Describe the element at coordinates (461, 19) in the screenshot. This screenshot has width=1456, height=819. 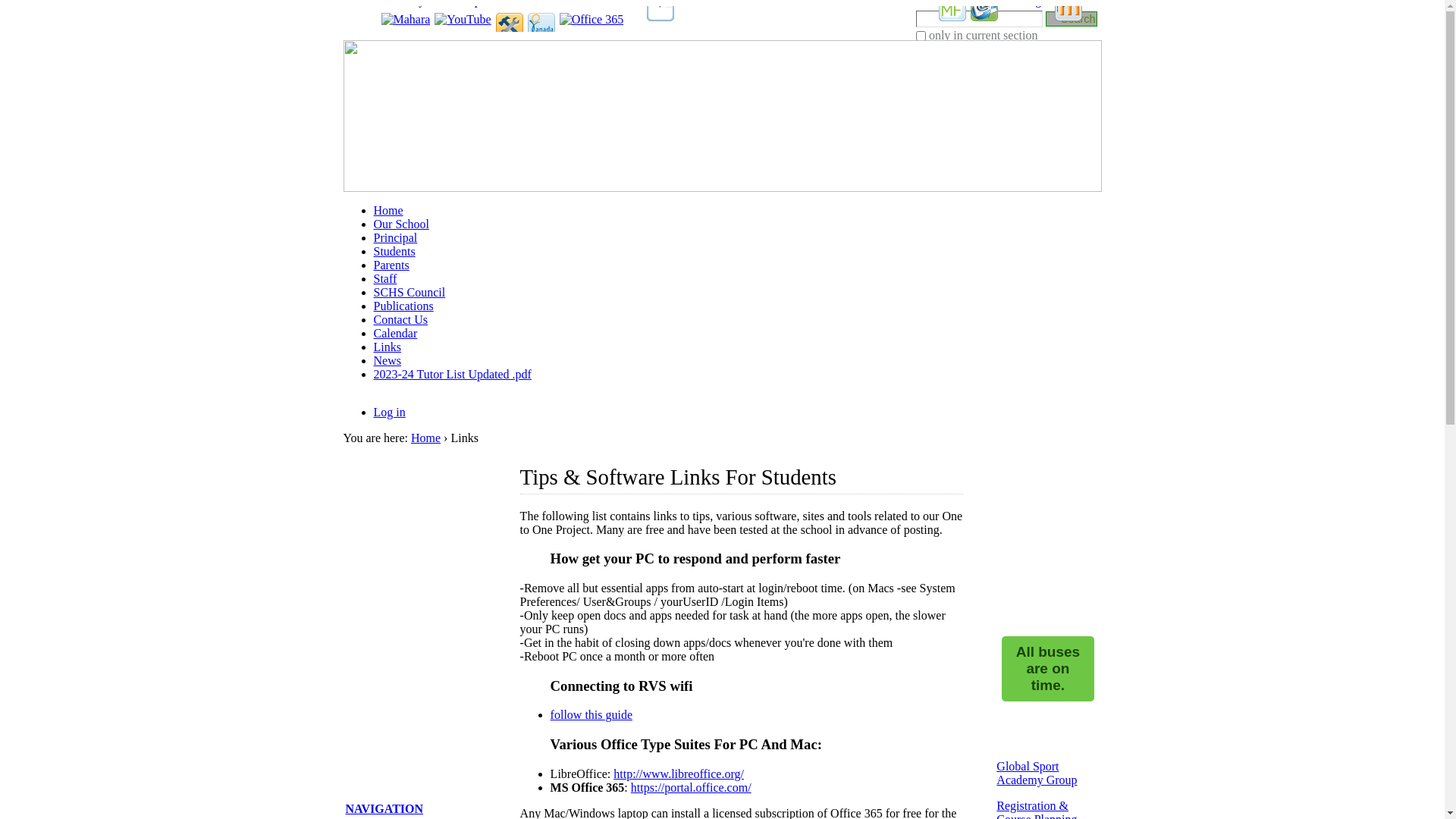
I see `'YouTube'` at that location.